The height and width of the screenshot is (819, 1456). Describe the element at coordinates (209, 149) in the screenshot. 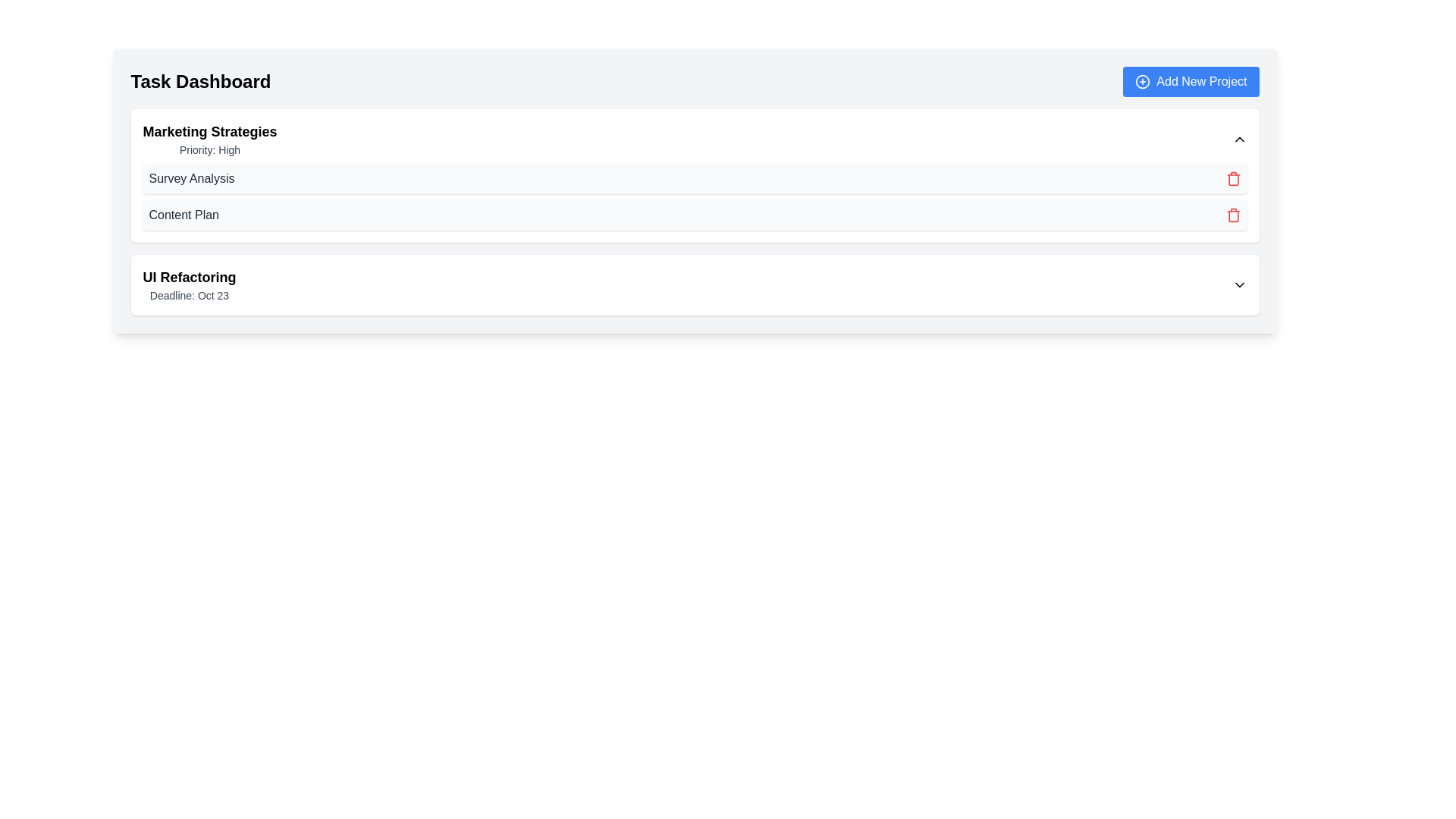

I see `the static text label displaying the priority level 'High' for the task 'Marketing Strategies', which is located directly below the heading within a panel layout` at that location.